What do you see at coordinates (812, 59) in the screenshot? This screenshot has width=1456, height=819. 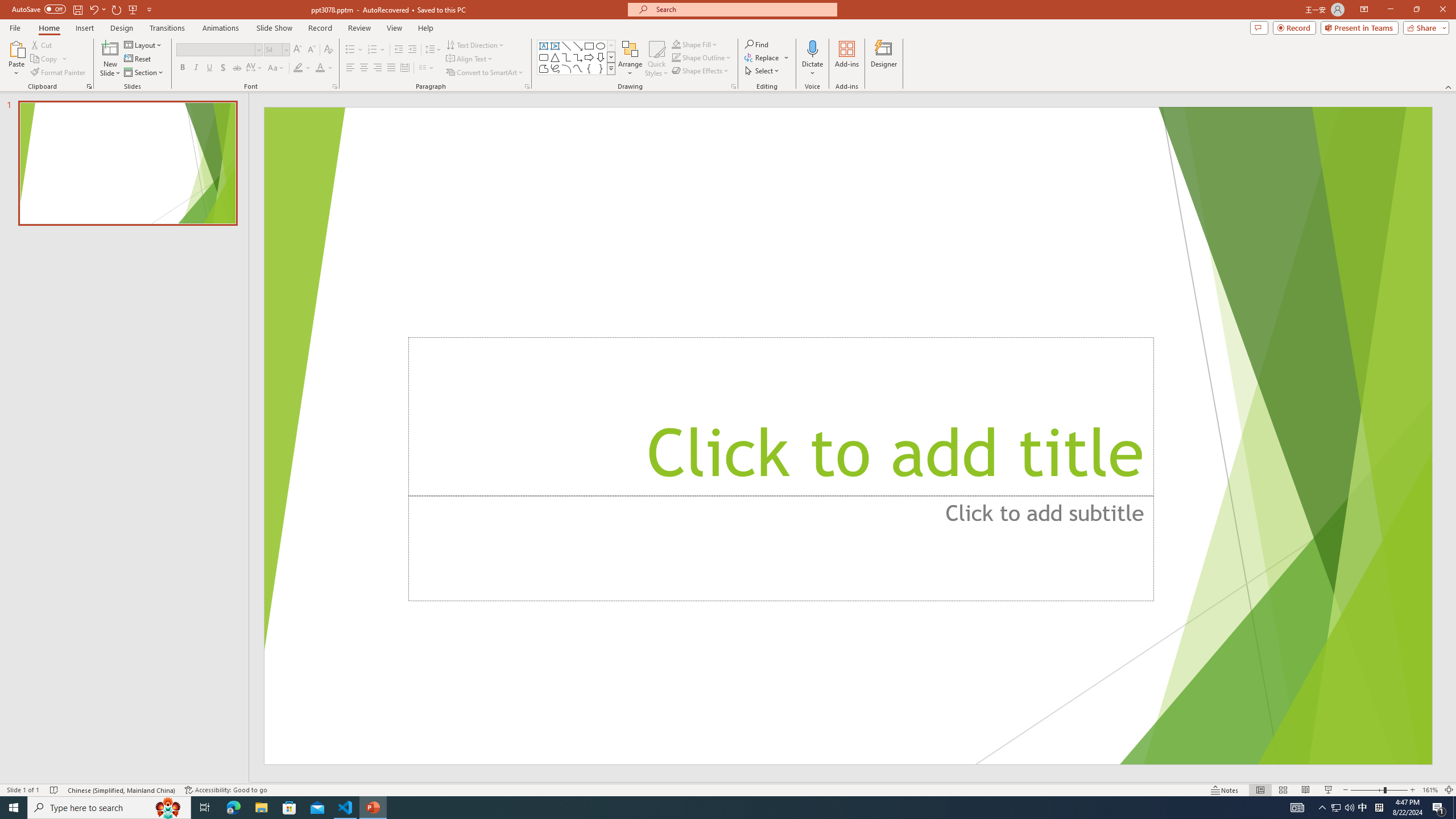 I see `'Dictate'` at bounding box center [812, 59].